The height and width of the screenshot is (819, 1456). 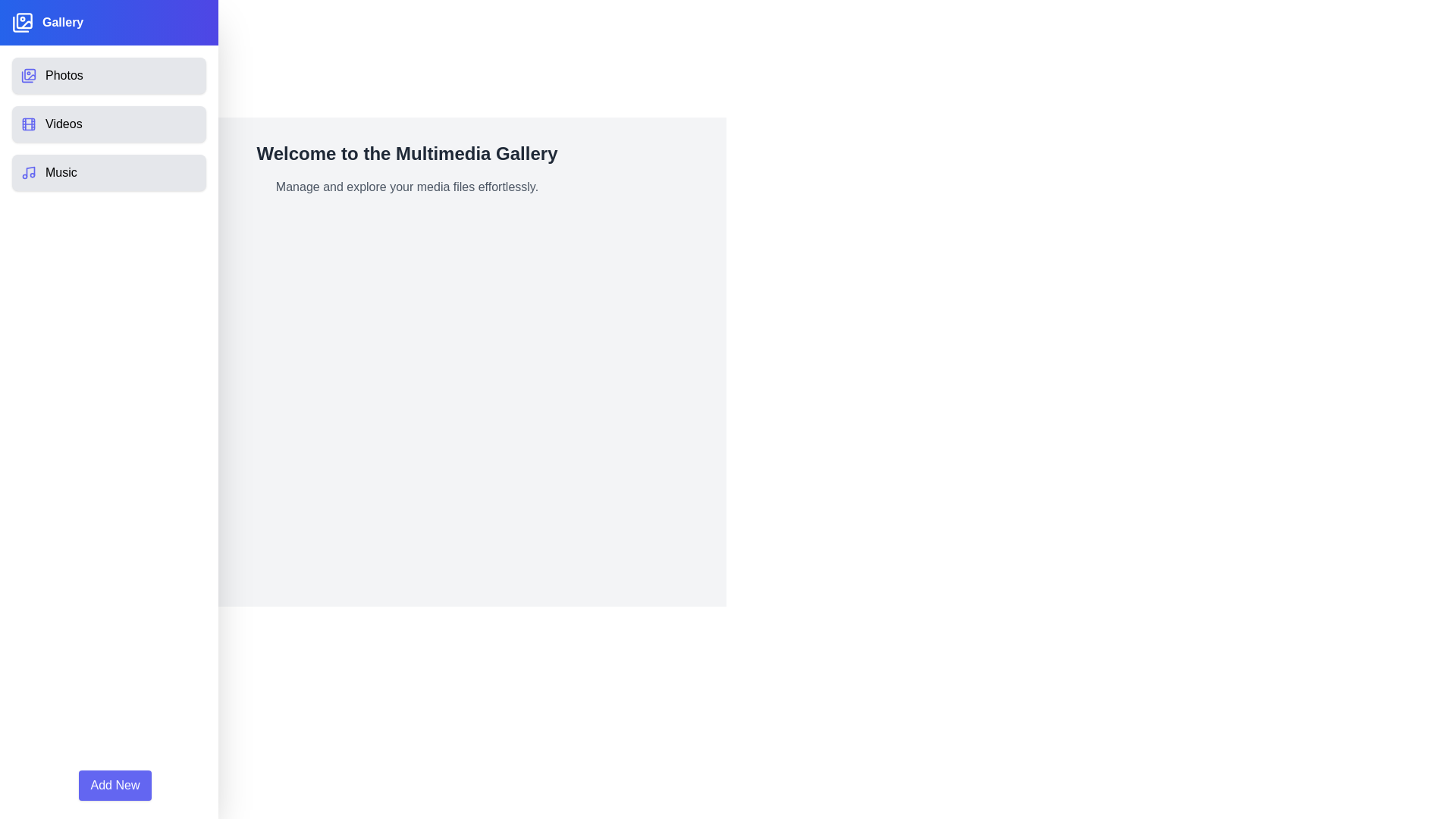 I want to click on the 'Add New' button, so click(x=115, y=785).